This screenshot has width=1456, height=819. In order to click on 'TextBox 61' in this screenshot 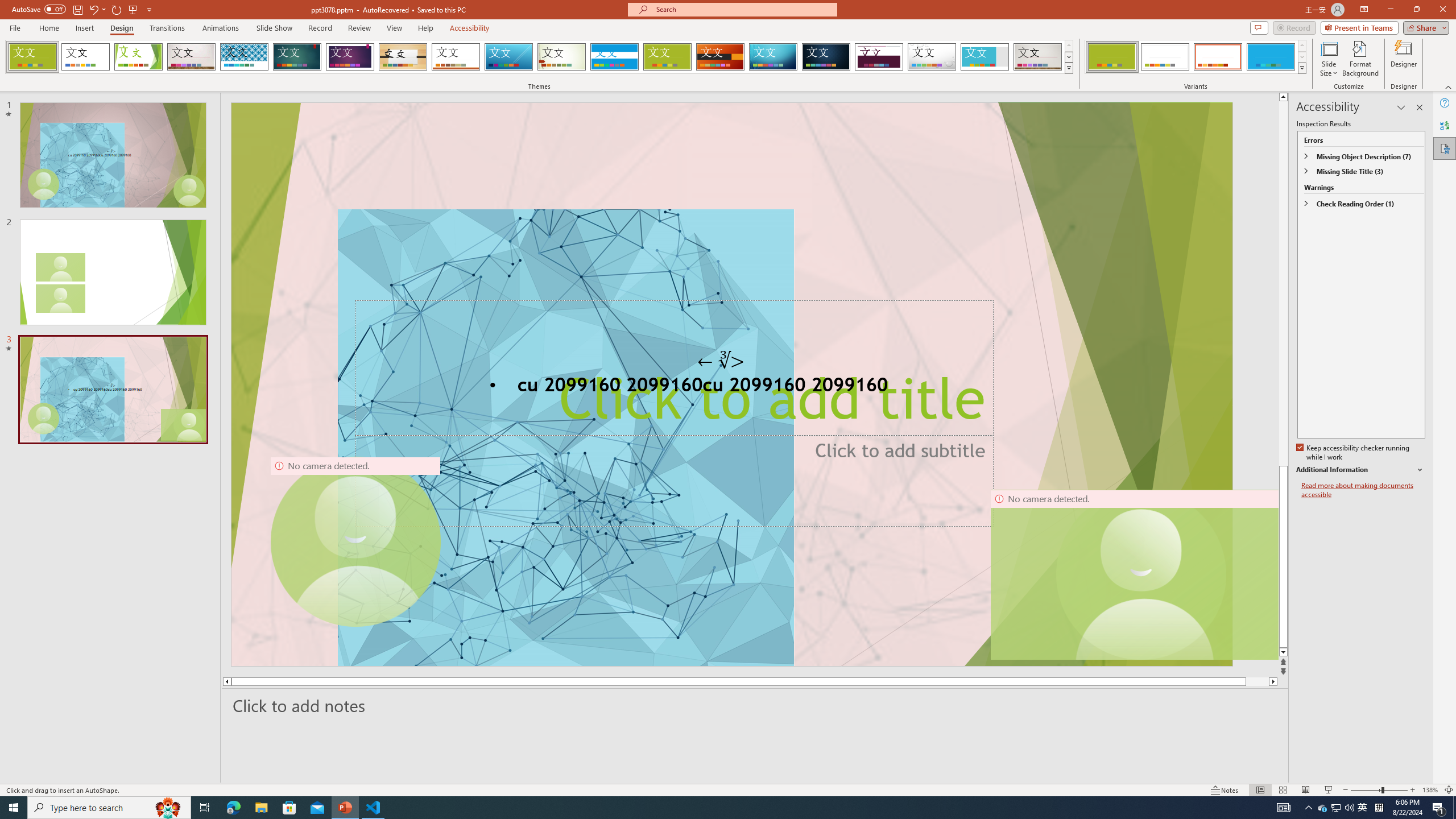, I will do `click(730, 386)`.